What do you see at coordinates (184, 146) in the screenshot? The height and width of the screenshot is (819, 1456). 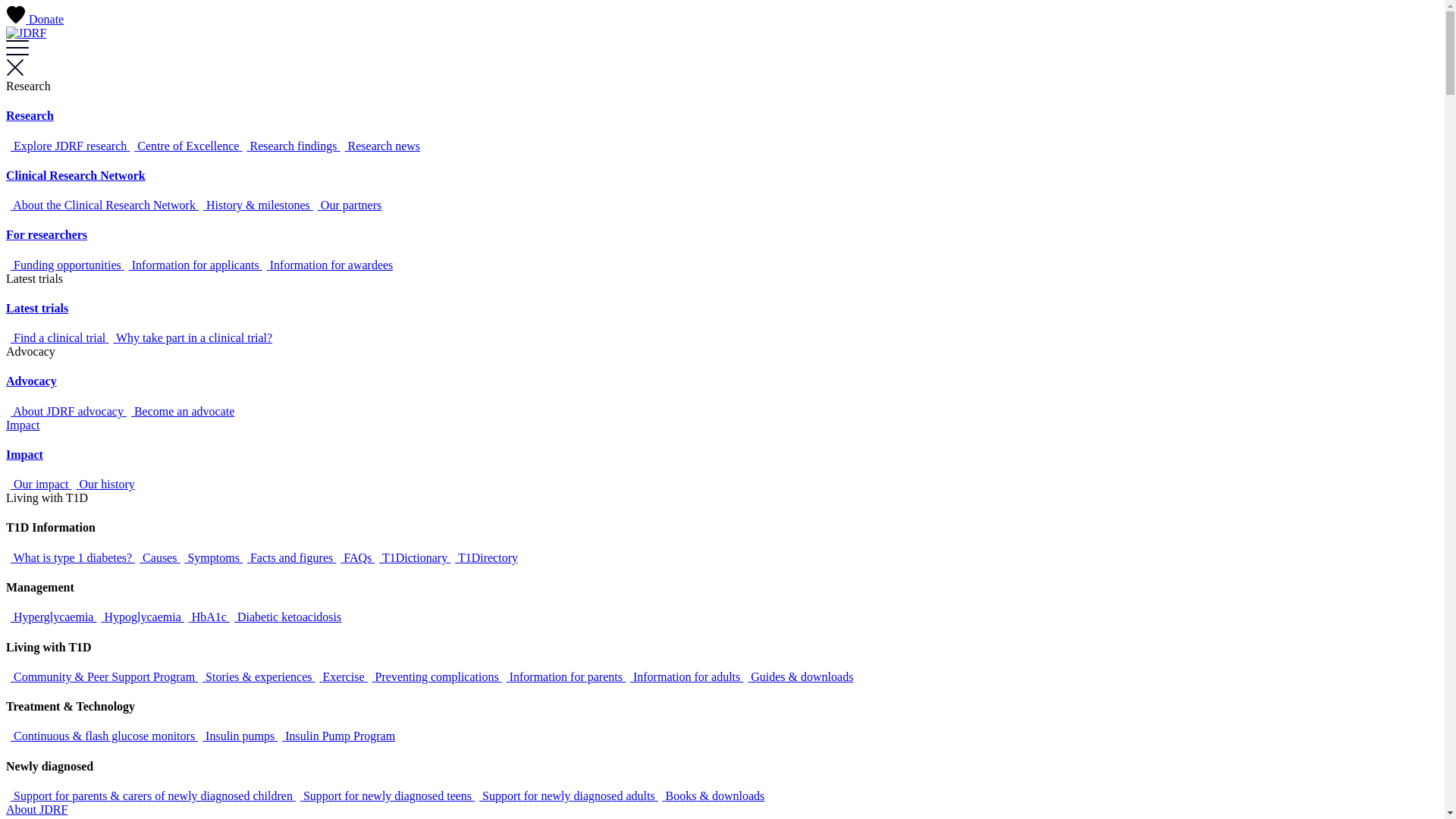 I see `'Centre of Excellence'` at bounding box center [184, 146].